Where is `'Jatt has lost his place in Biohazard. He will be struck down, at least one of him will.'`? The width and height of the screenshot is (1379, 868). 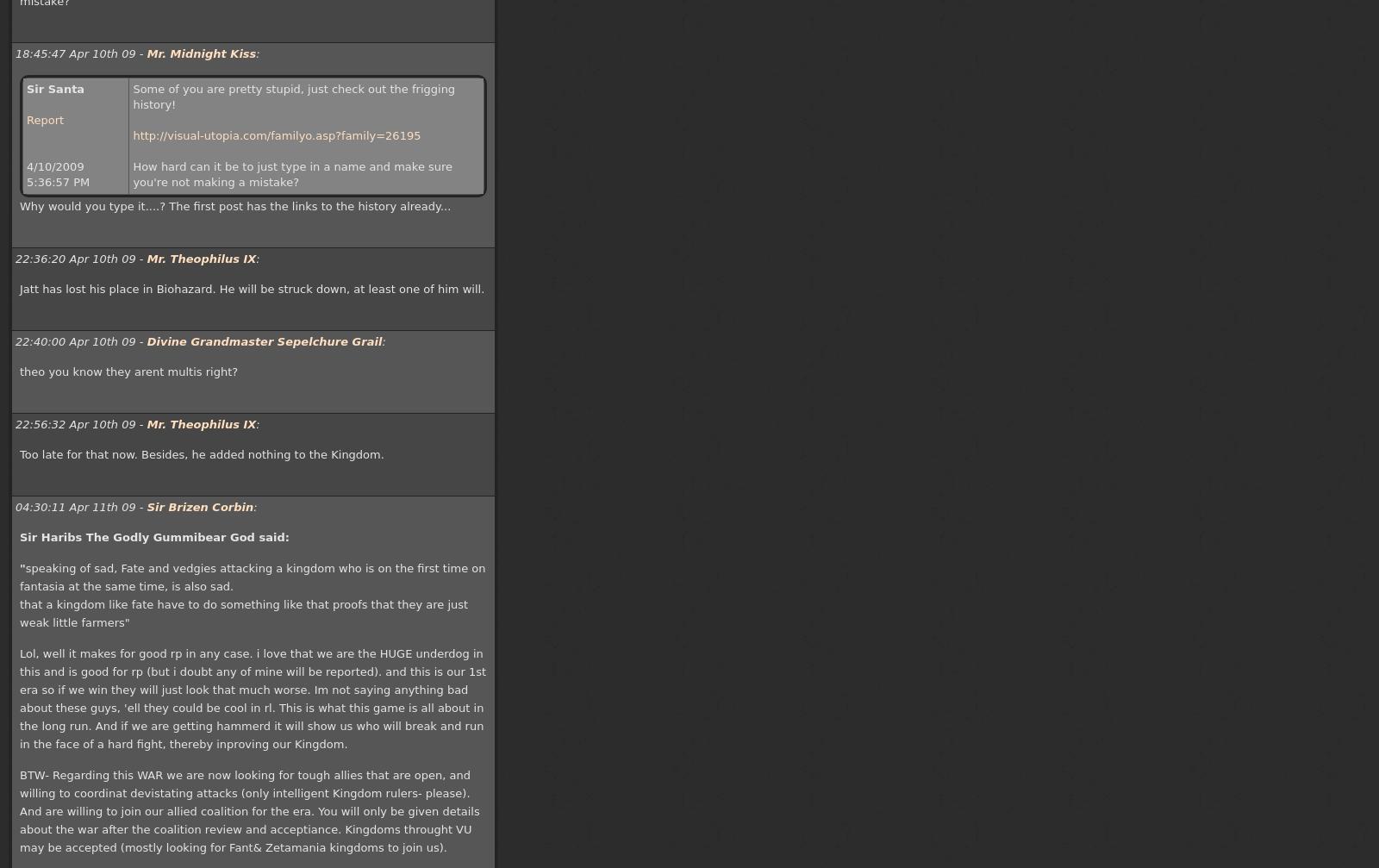 'Jatt has lost his place in Biohazard. He will be struck down, at least one of him will.' is located at coordinates (252, 289).